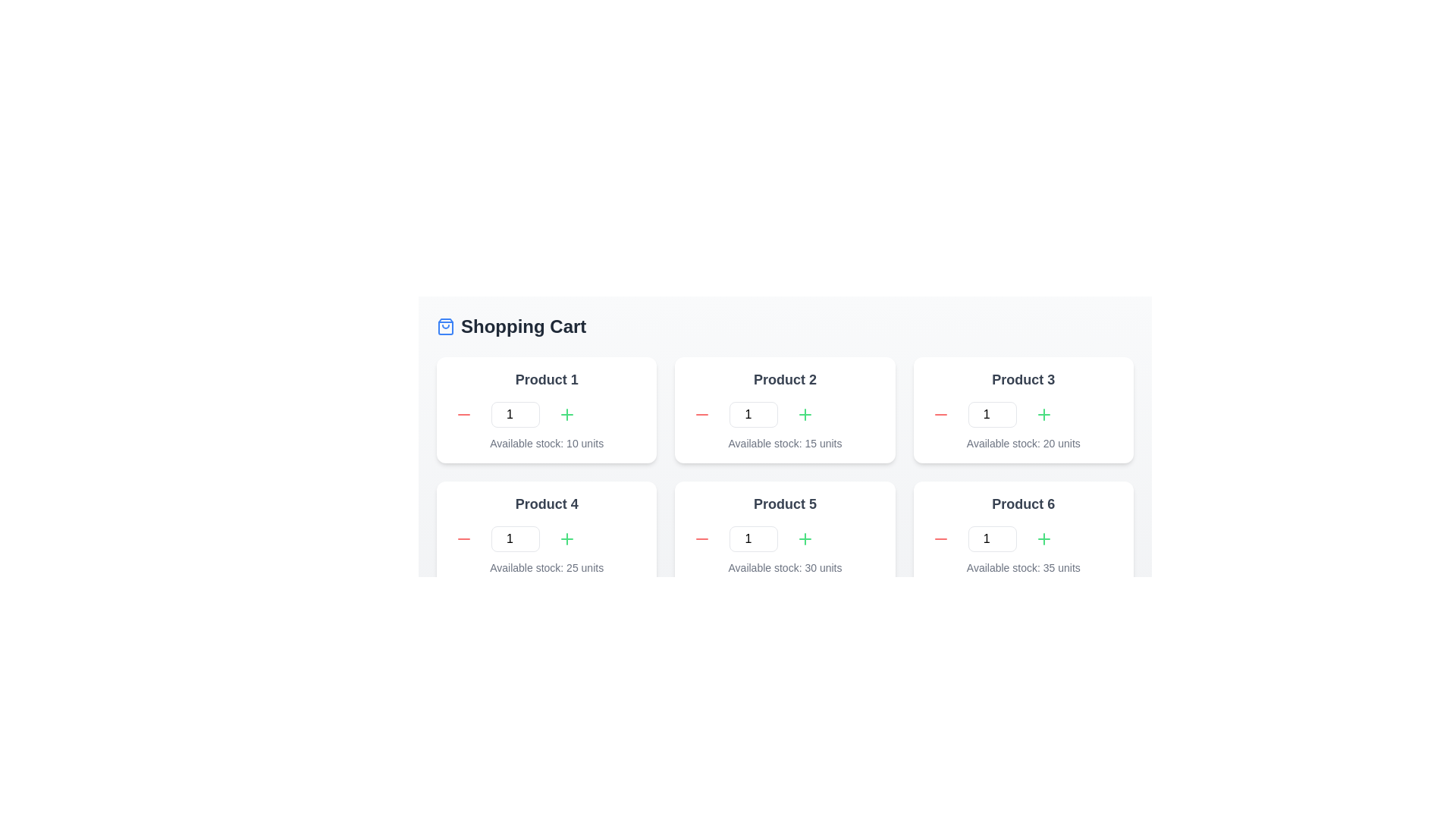 The height and width of the screenshot is (819, 1456). I want to click on the static text label displaying 'Available stock: 20 units', which is located at the bottom of the card for 'Product 3' in the shopping cart interface, so click(1023, 444).